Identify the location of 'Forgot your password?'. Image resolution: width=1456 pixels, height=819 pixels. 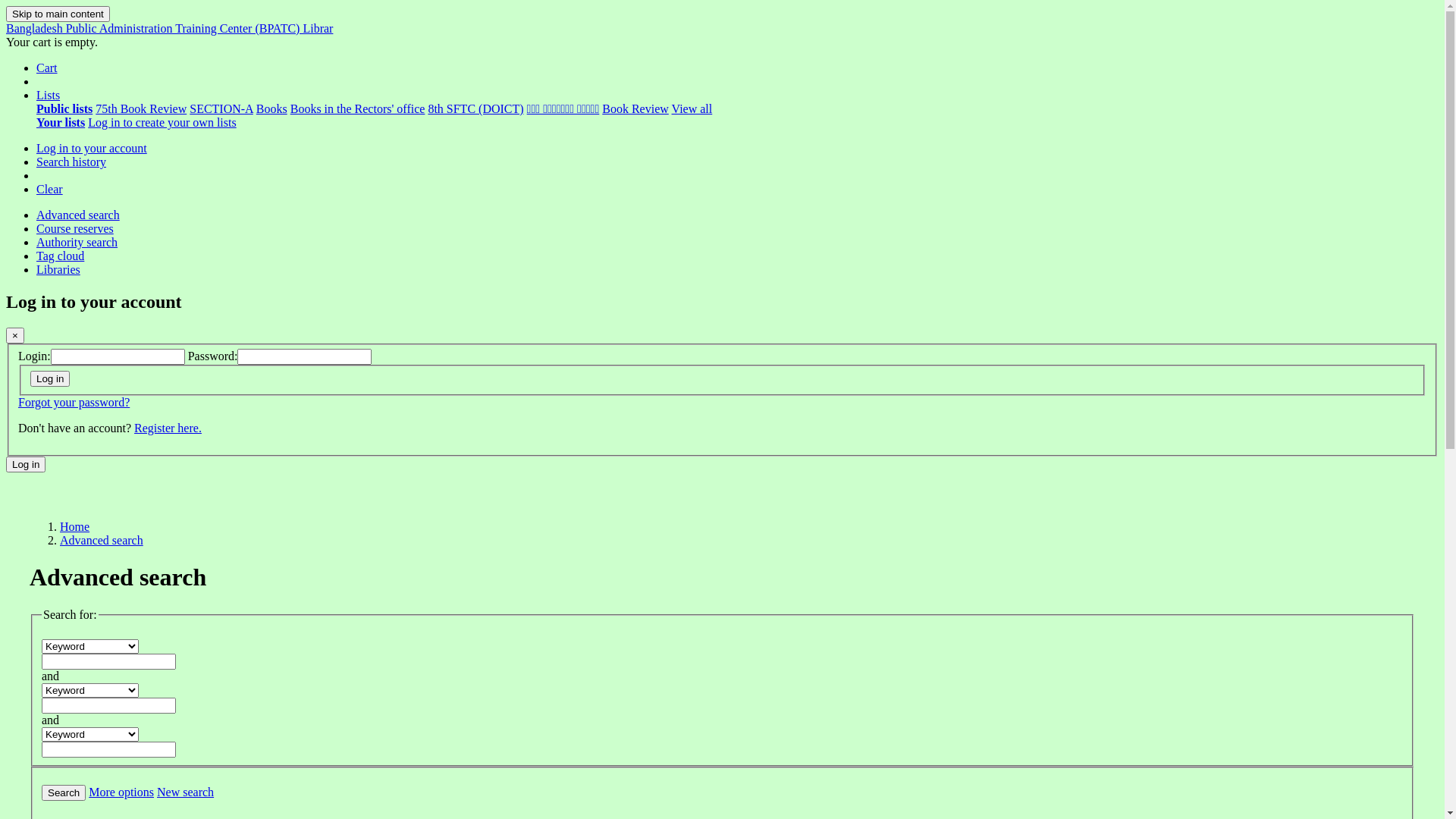
(18, 401).